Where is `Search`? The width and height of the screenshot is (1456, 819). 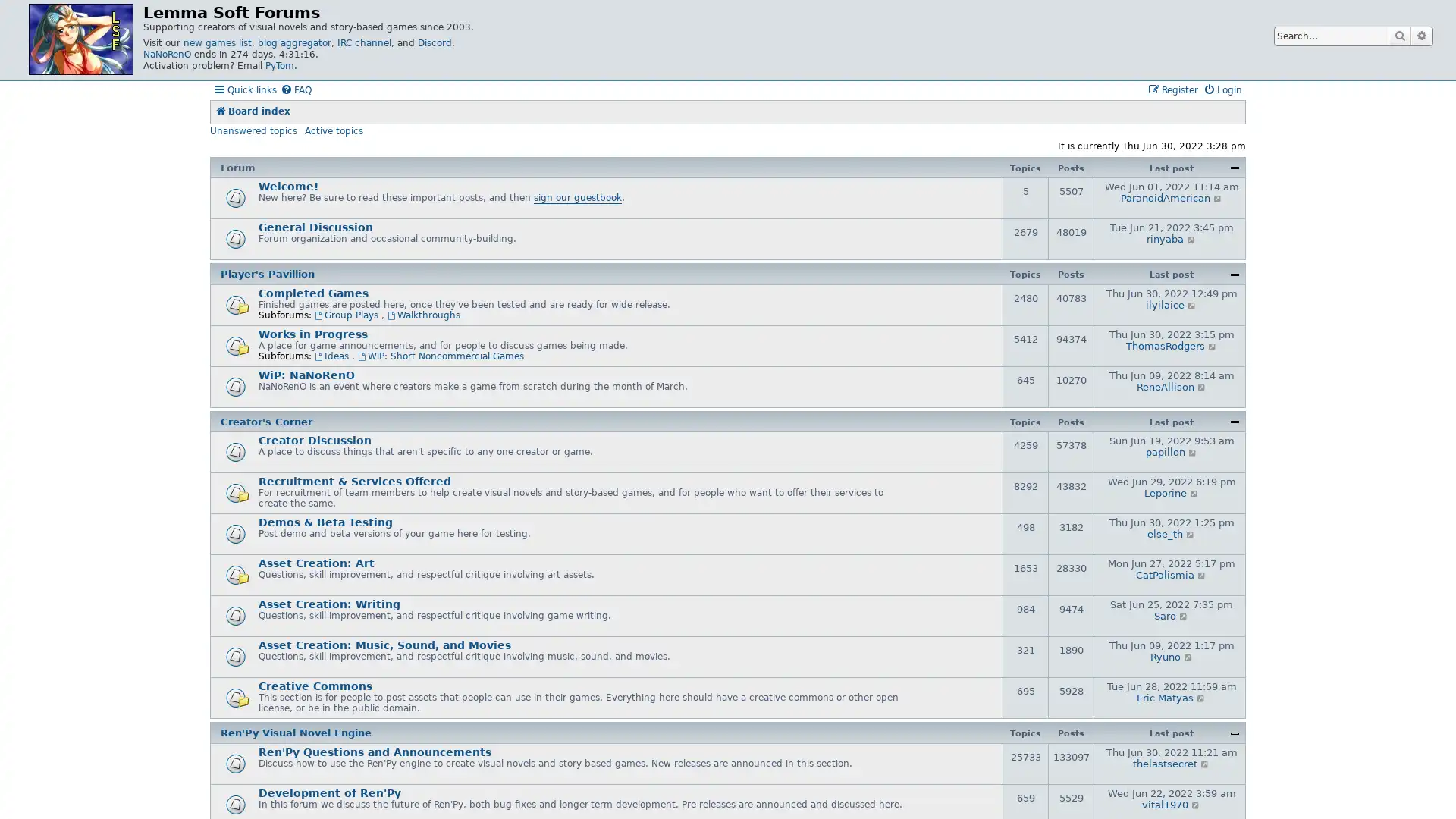 Search is located at coordinates (1399, 35).